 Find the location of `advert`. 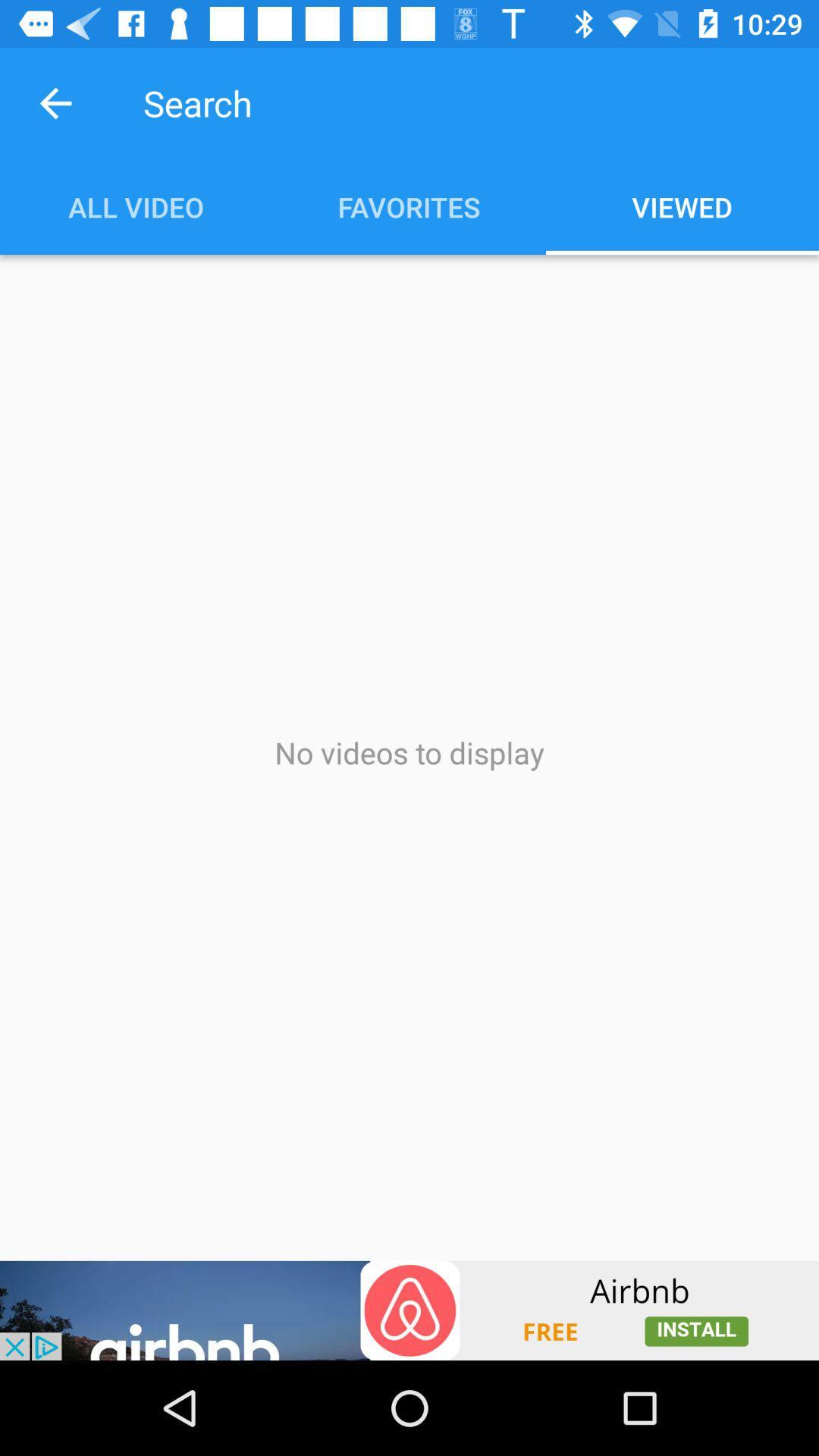

advert is located at coordinates (409, 1310).